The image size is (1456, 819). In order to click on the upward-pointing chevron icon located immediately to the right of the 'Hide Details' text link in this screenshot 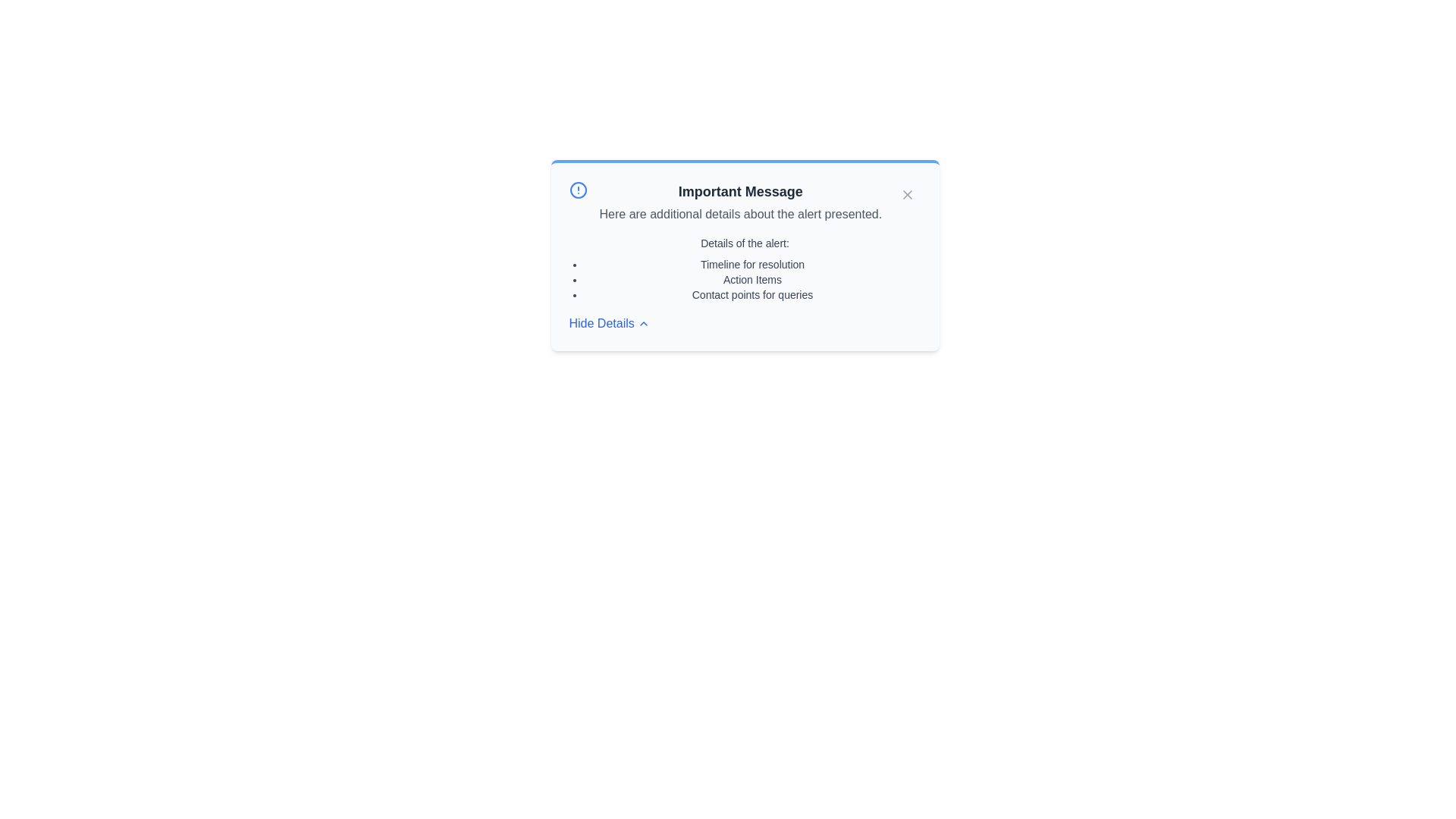, I will do `click(643, 323)`.